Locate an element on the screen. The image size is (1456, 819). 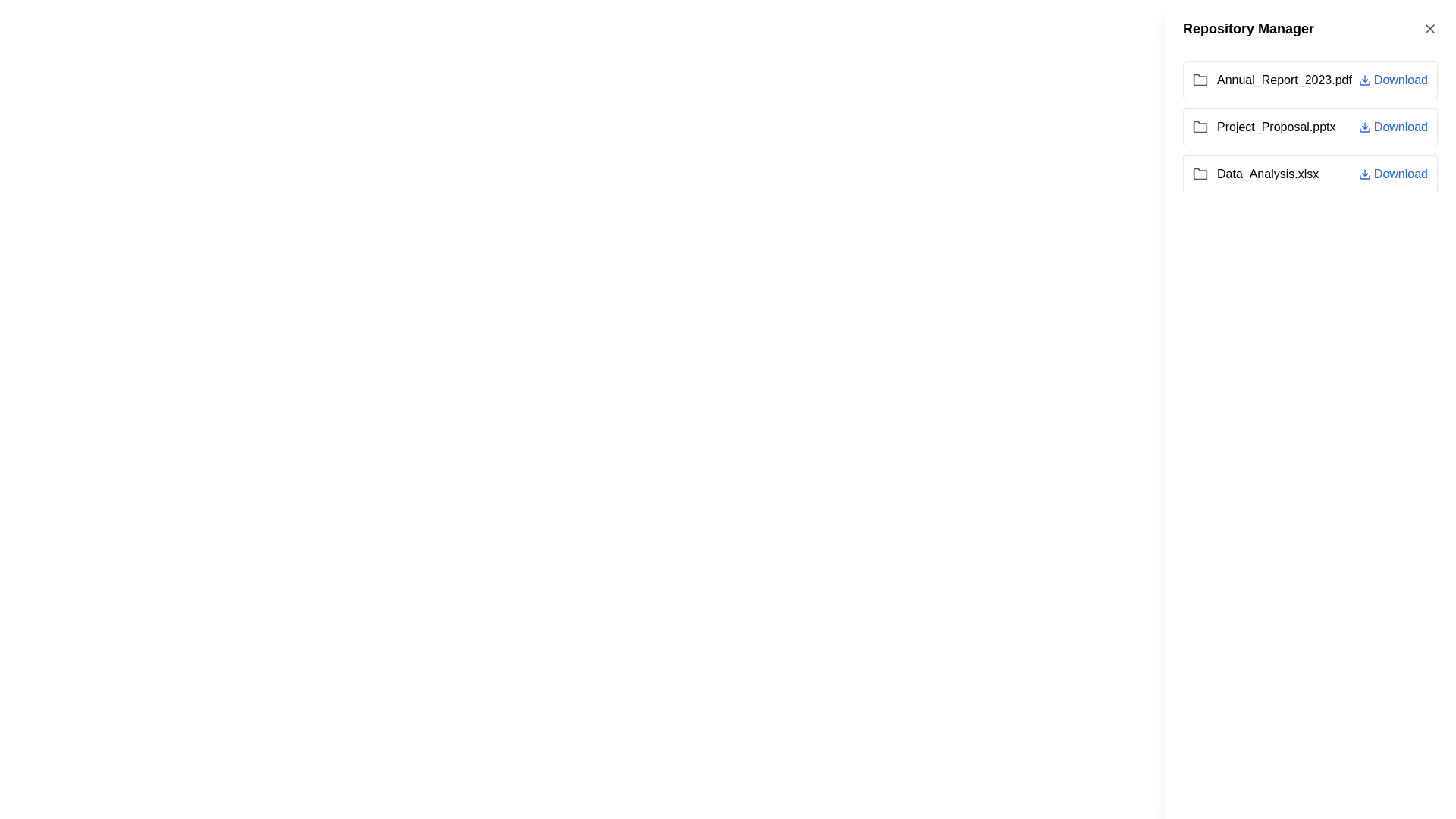
the gray folder icon located at the leftmost part of the row displaying 'Data_Analysis.xlsx' is located at coordinates (1200, 174).